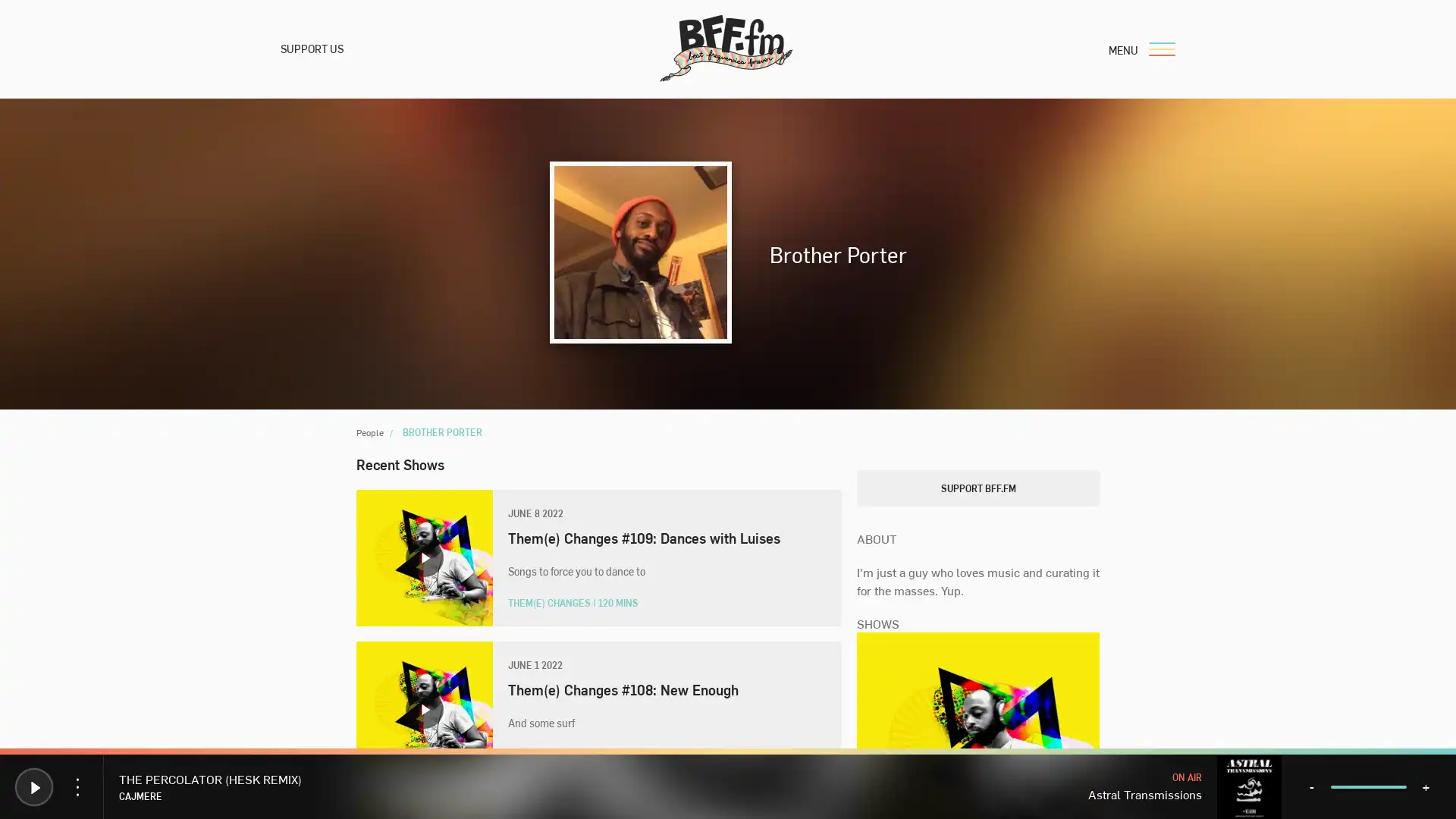 This screenshot has height=819, width=1456. Describe the element at coordinates (14, 770) in the screenshot. I see `Play Play BFF.fm Live Radio` at that location.